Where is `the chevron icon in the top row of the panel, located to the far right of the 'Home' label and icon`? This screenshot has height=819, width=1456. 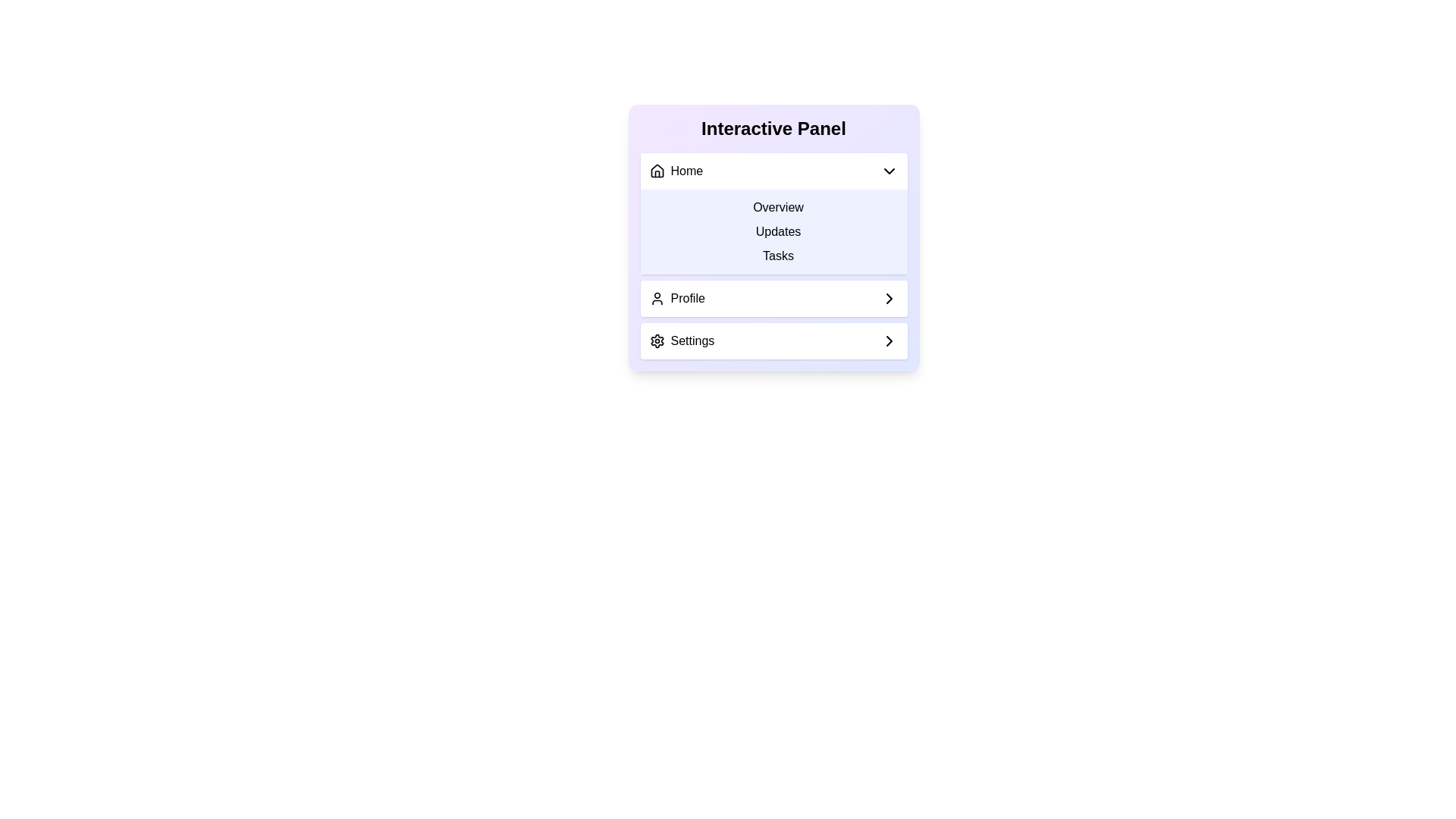
the chevron icon in the top row of the panel, located to the far right of the 'Home' label and icon is located at coordinates (889, 171).